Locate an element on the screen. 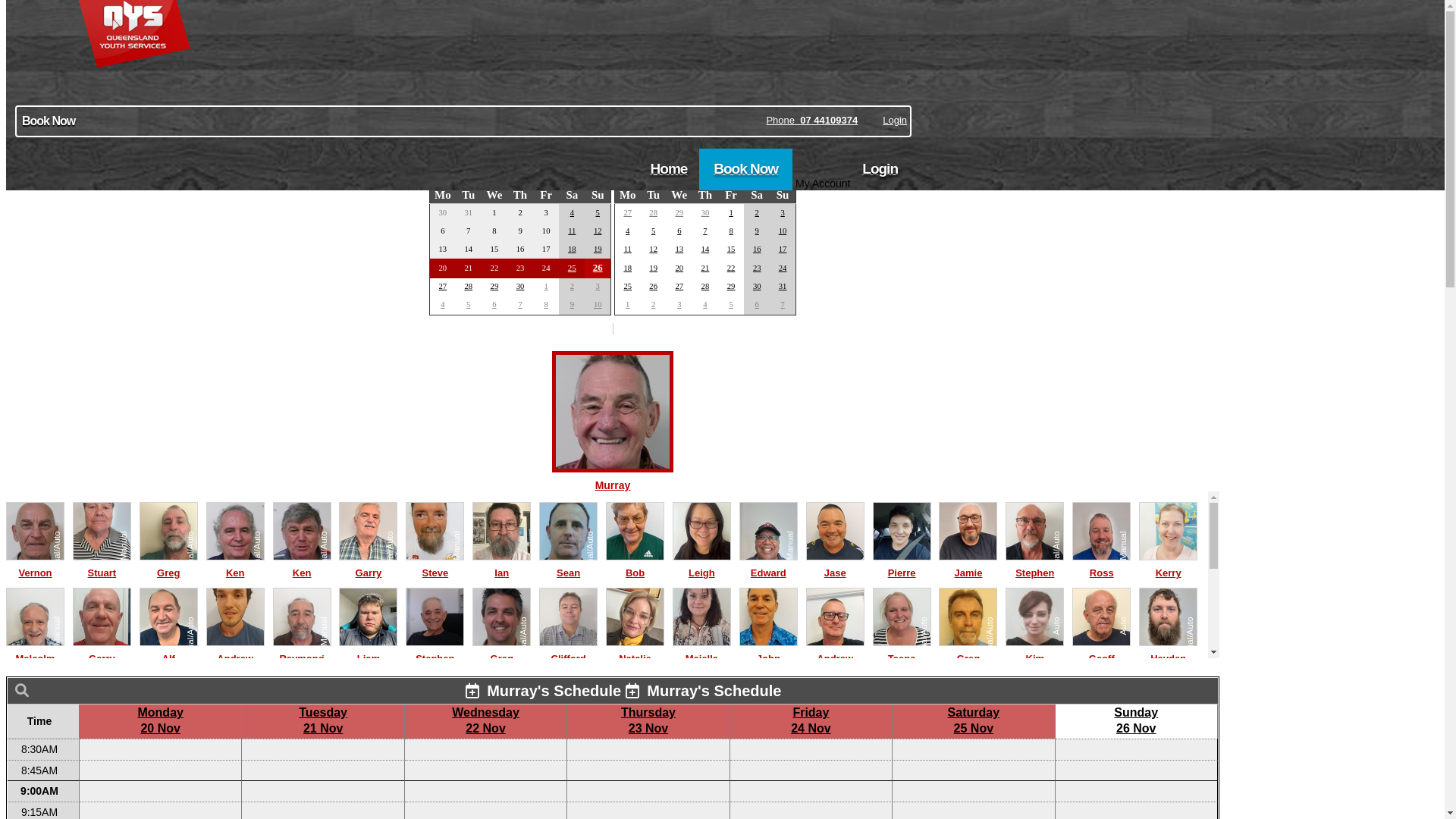 This screenshot has width=1456, height=819. 'Stuart is located at coordinates (101, 565).